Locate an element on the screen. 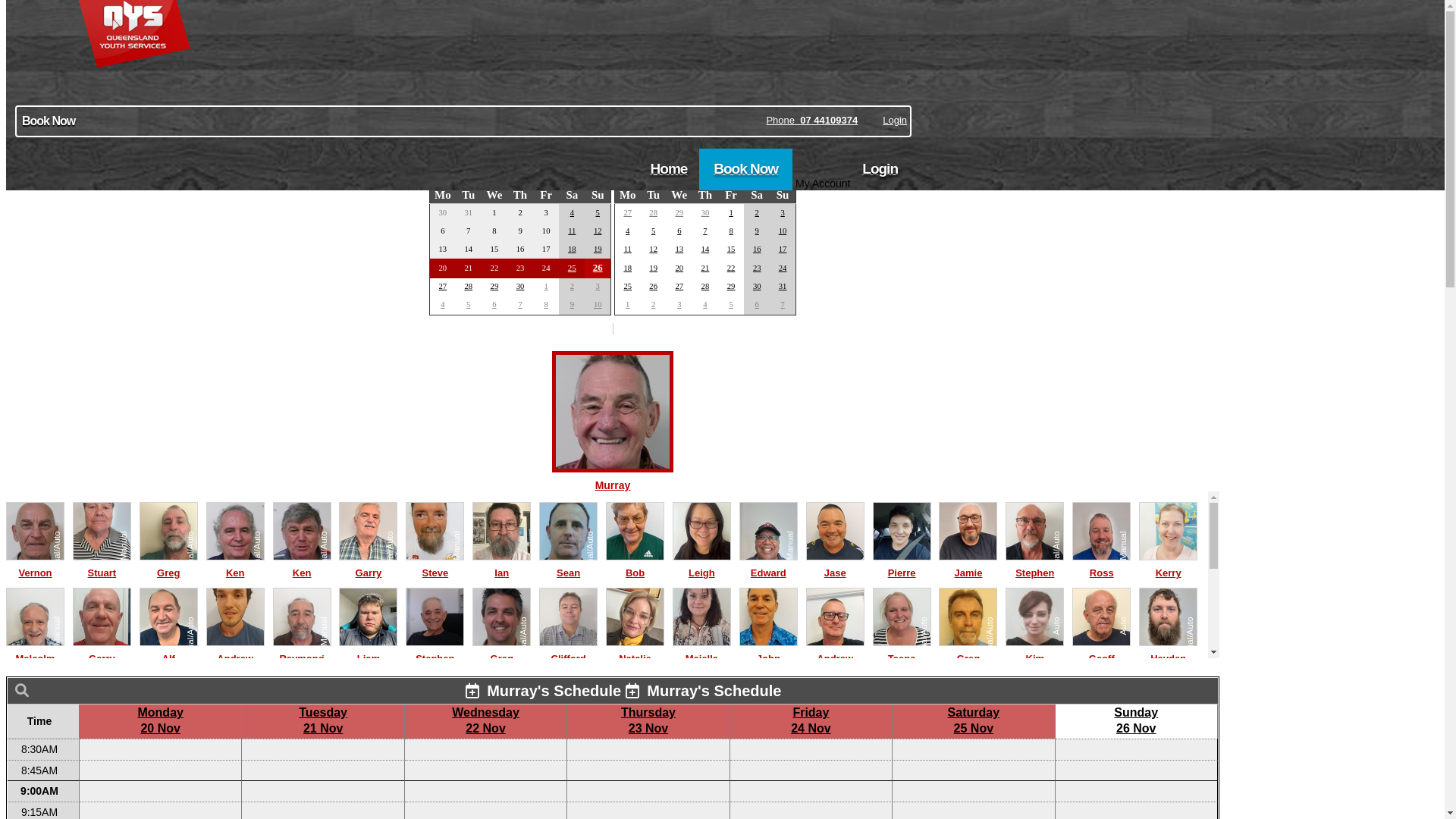 This screenshot has width=1456, height=819. 'Stuart is located at coordinates (101, 565).